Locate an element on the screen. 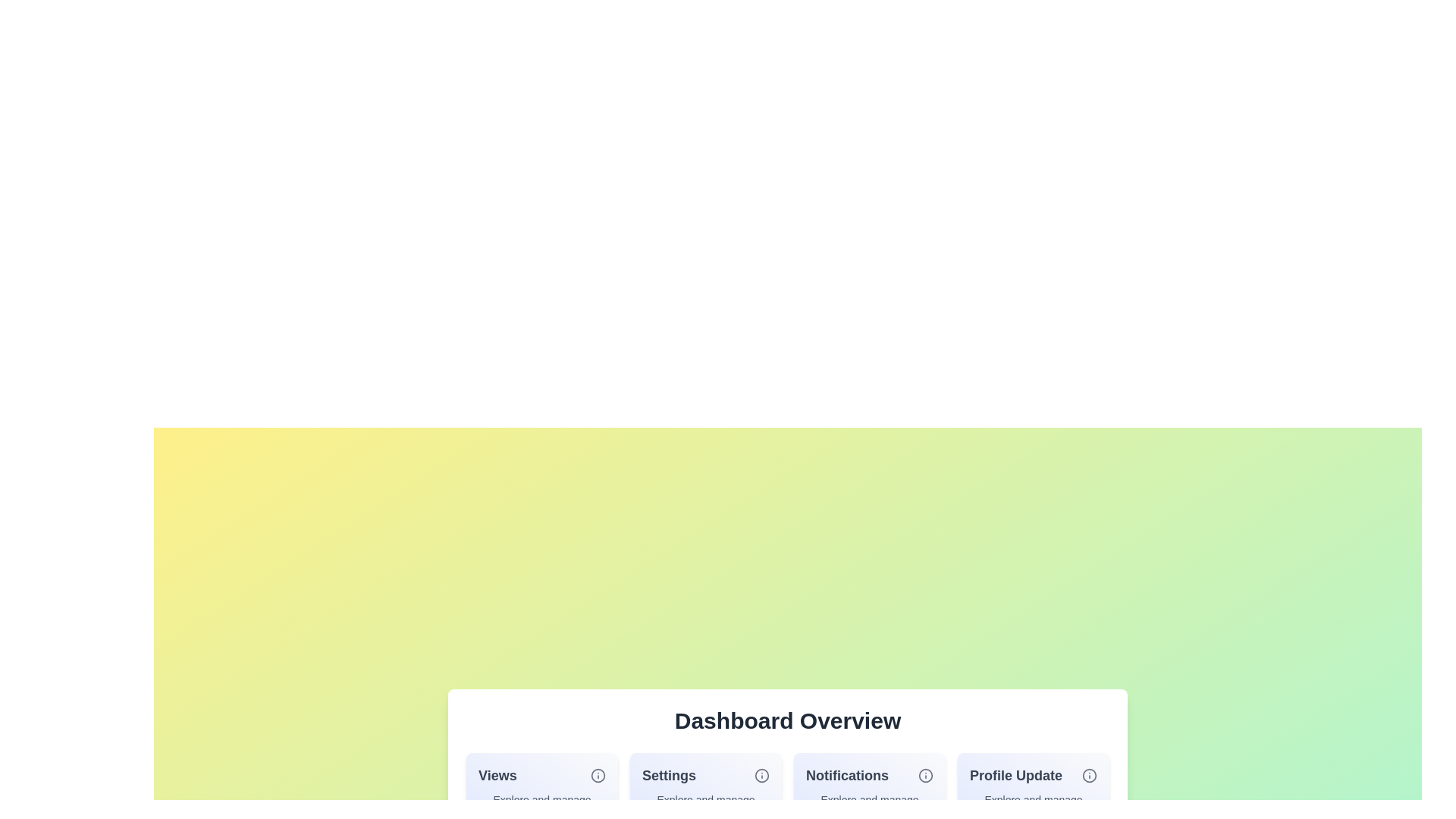 The image size is (1456, 819). the circular notification indicator within the notifications icon located in the third card under the 'Dashboard Overview' heading is located at coordinates (924, 775).